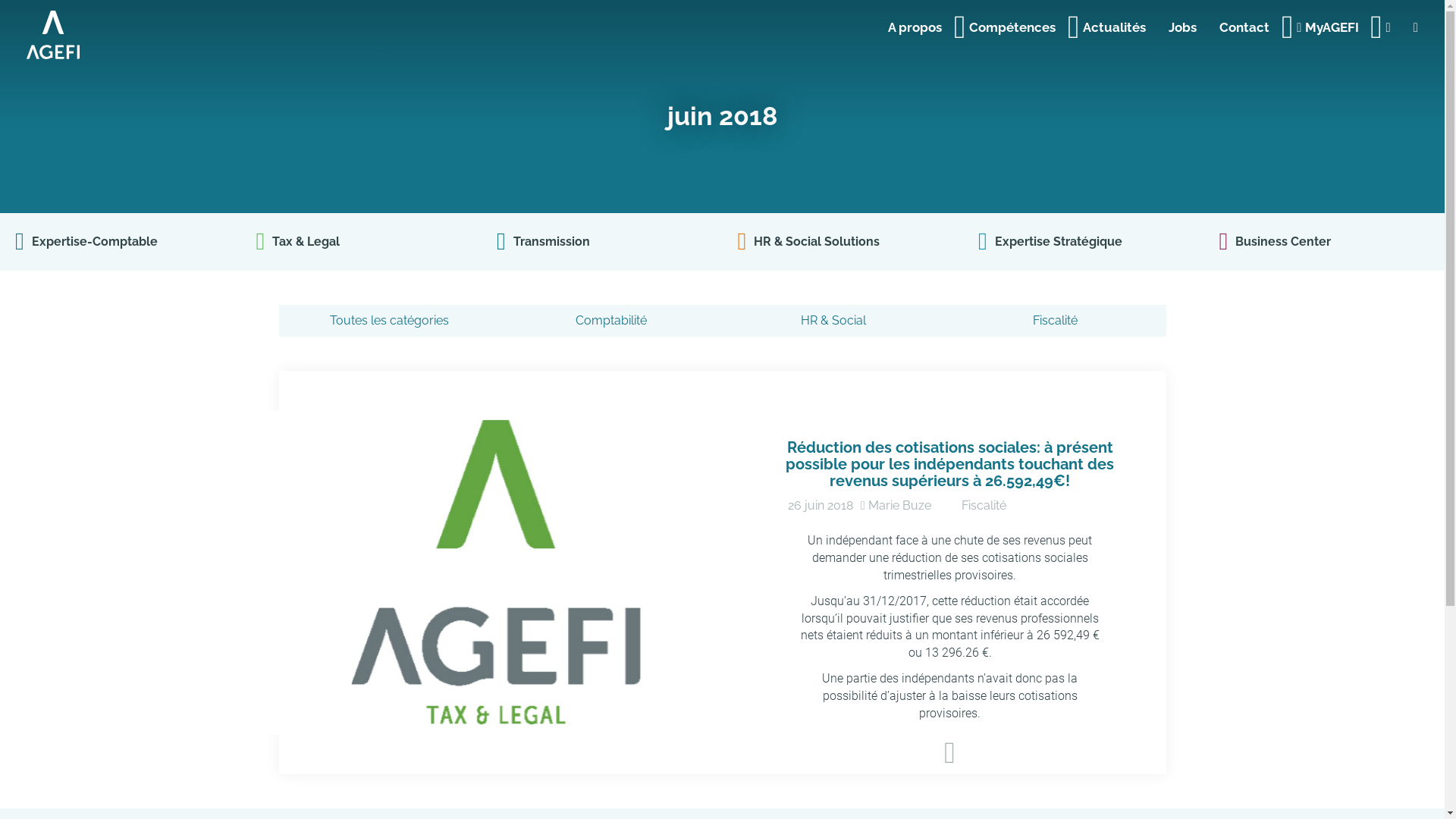 The height and width of the screenshot is (819, 1456). I want to click on 'Tax & Legal', so click(359, 240).